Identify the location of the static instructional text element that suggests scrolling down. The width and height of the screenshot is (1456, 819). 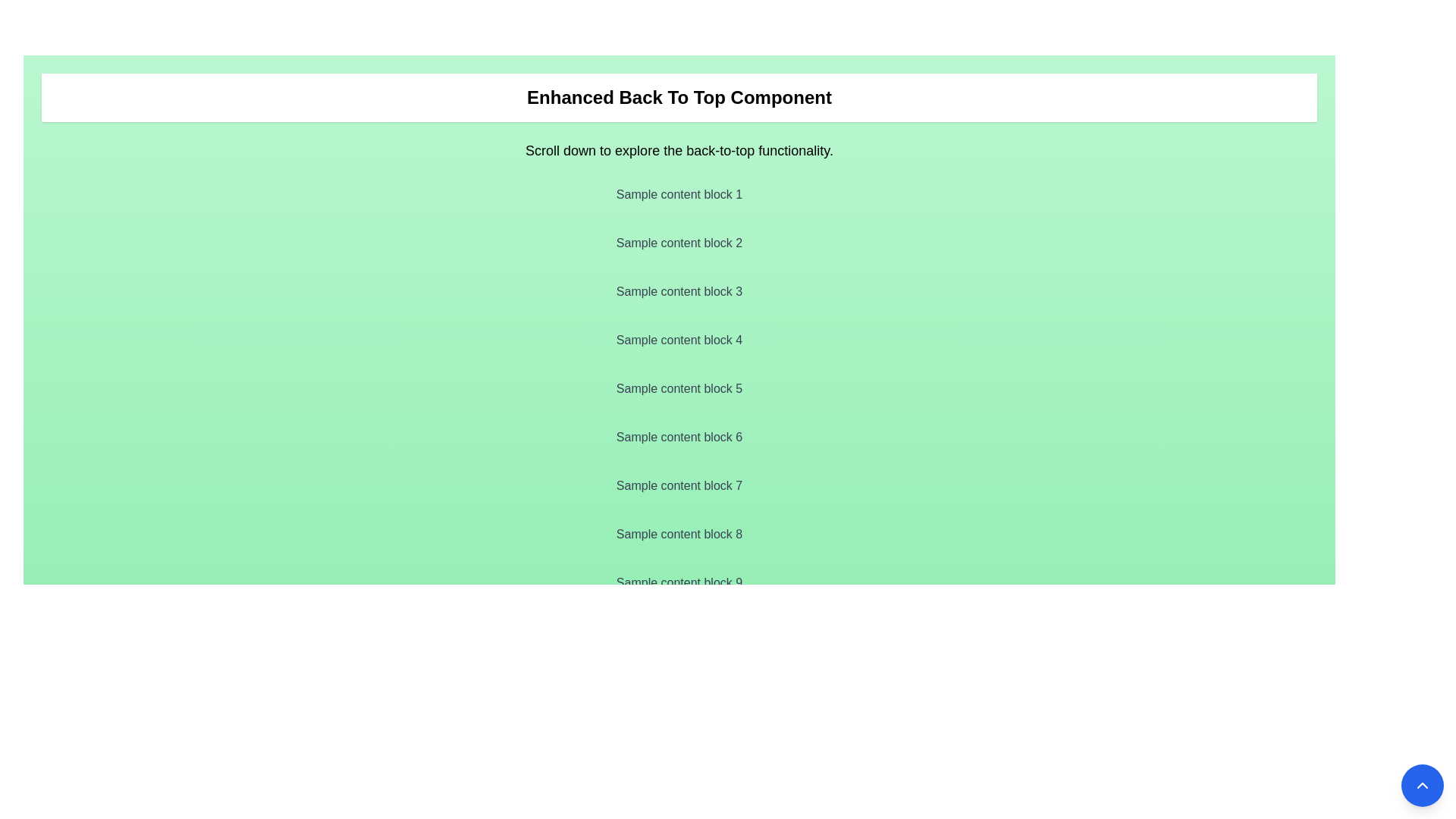
(679, 151).